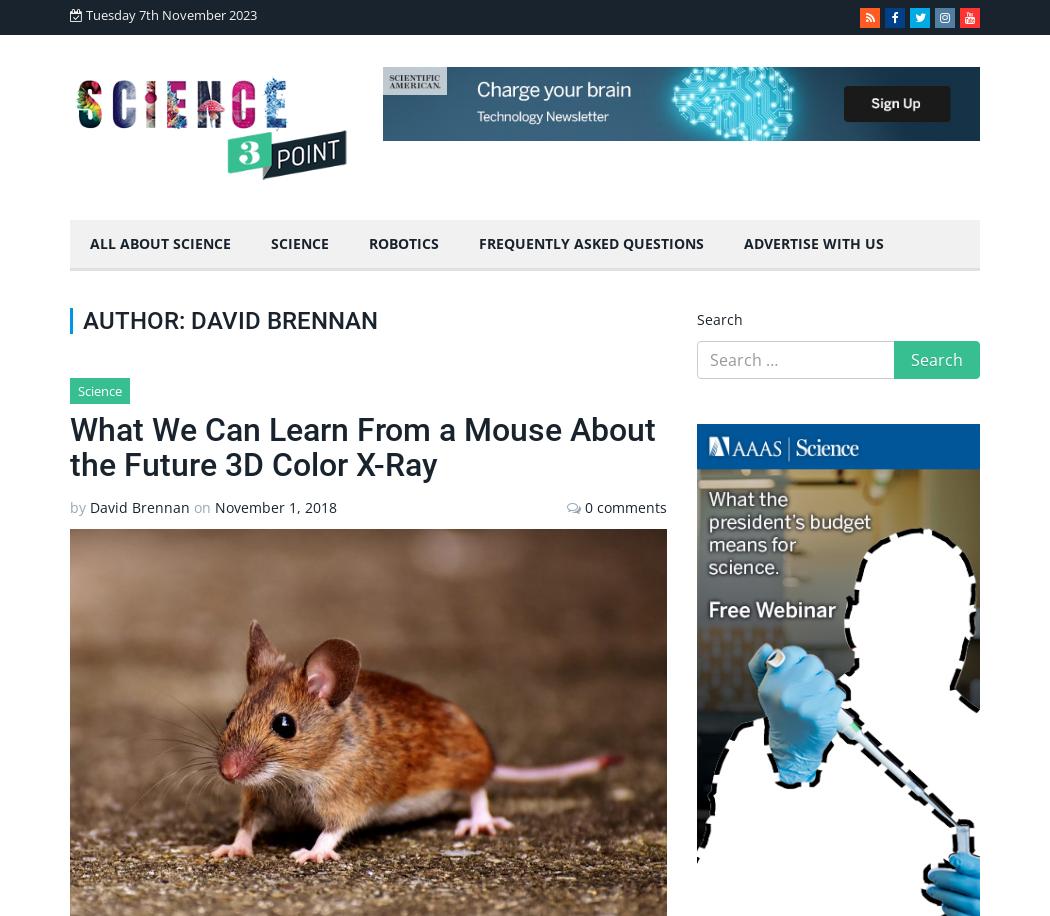  Describe the element at coordinates (361, 446) in the screenshot. I see `'What We Can Learn From a Mouse About the Future 3D Color X-Ray'` at that location.